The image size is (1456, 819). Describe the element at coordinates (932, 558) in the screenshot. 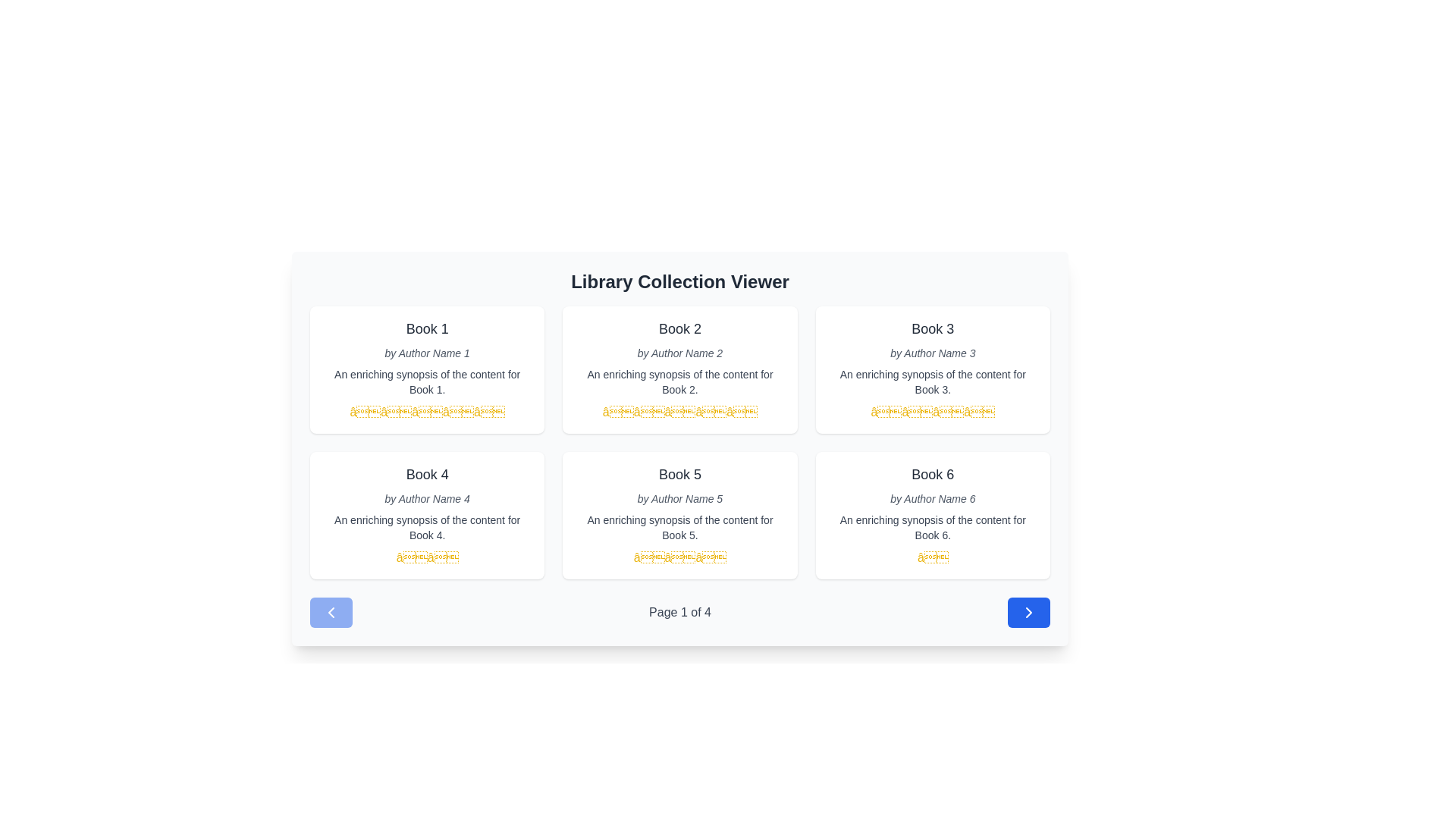

I see `the static text element styled as a symbol located at the bottom of the card for 'Book 6', beneath the book title, author name, and synopsis text` at that location.